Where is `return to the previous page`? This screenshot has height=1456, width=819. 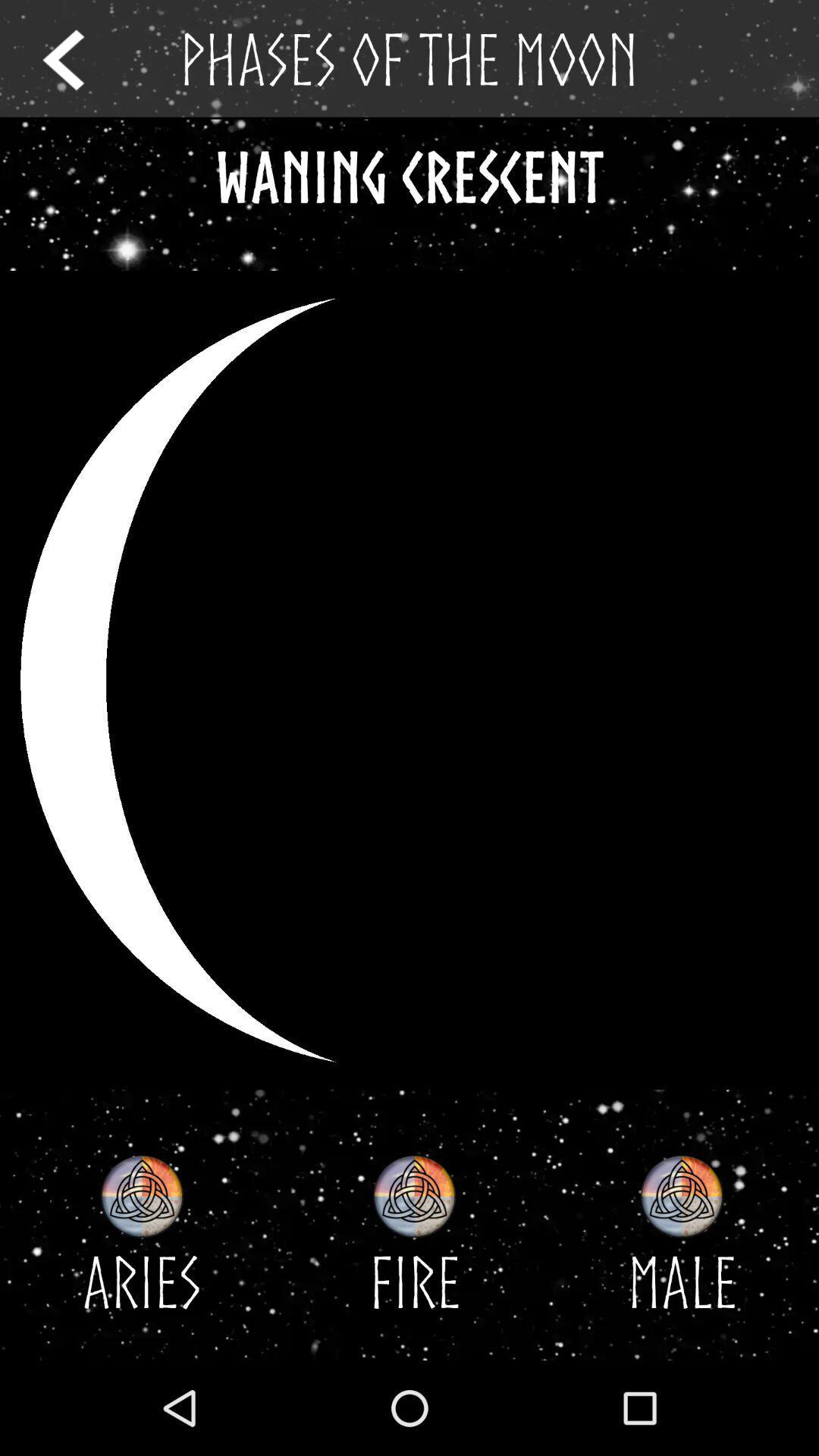 return to the previous page is located at coordinates (77, 59).